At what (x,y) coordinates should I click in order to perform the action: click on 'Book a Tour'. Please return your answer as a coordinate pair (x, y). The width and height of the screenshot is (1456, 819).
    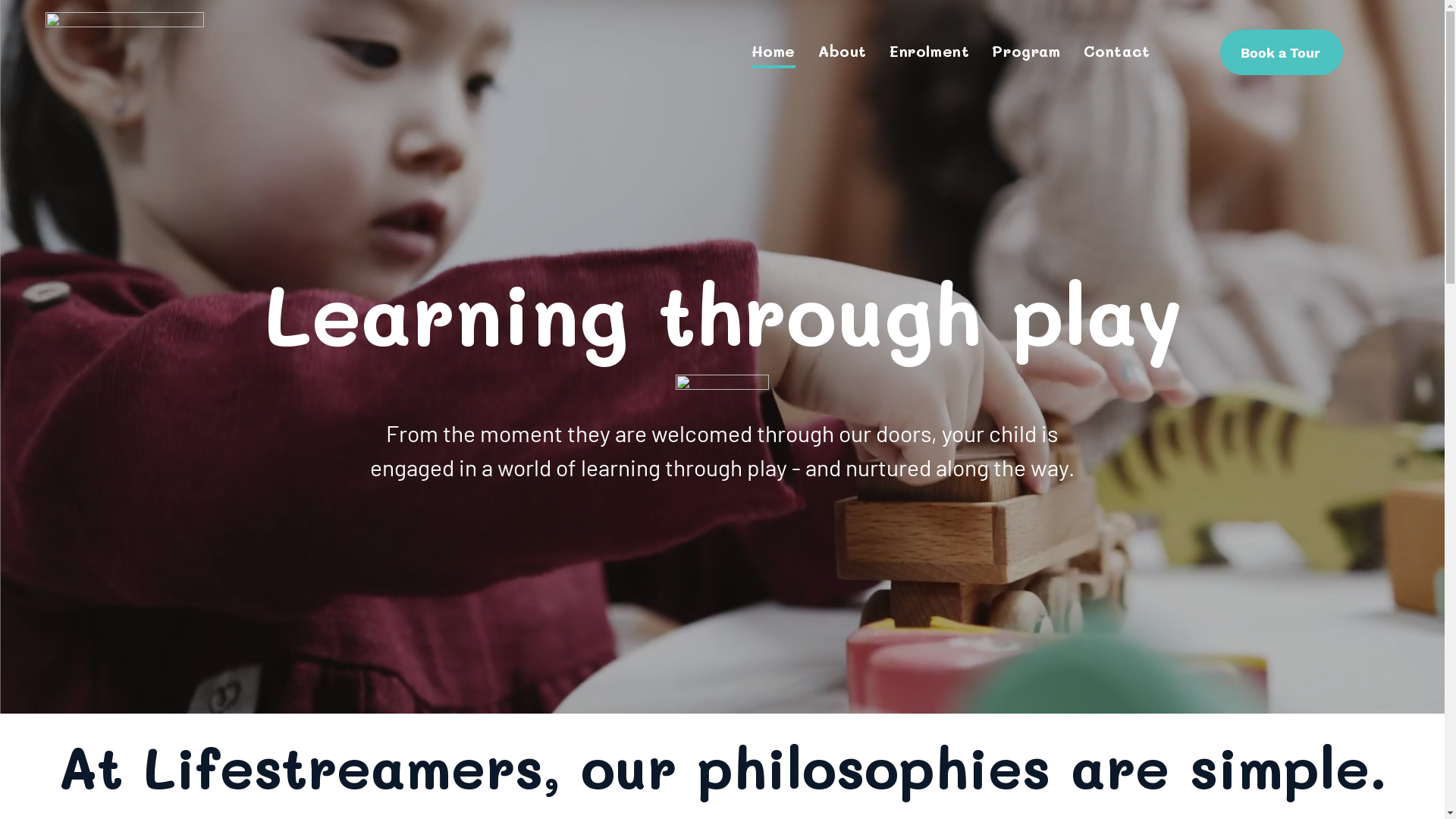
    Looking at the image, I should click on (1280, 52).